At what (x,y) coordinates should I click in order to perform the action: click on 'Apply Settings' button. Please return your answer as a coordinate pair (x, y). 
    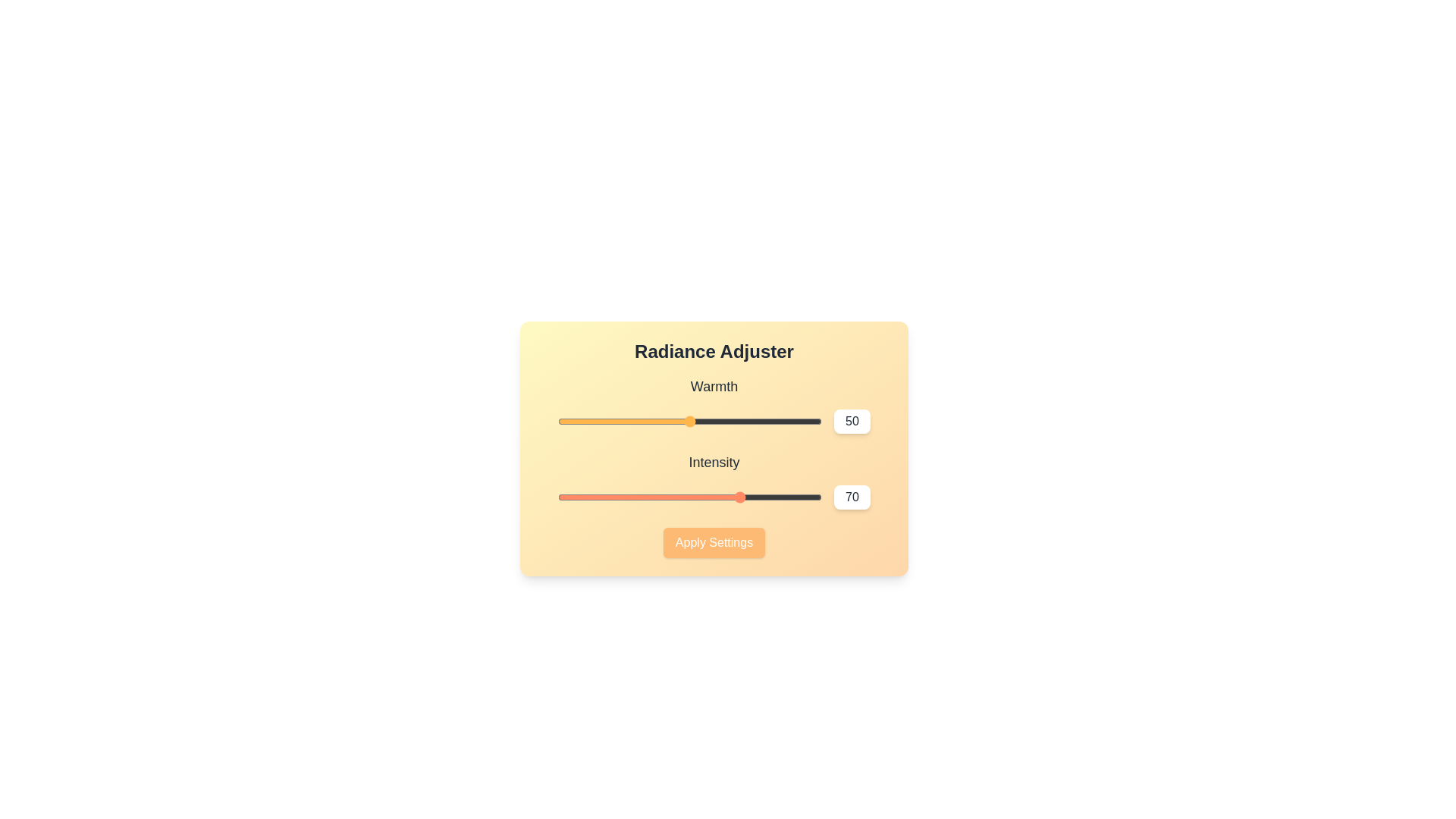
    Looking at the image, I should click on (713, 542).